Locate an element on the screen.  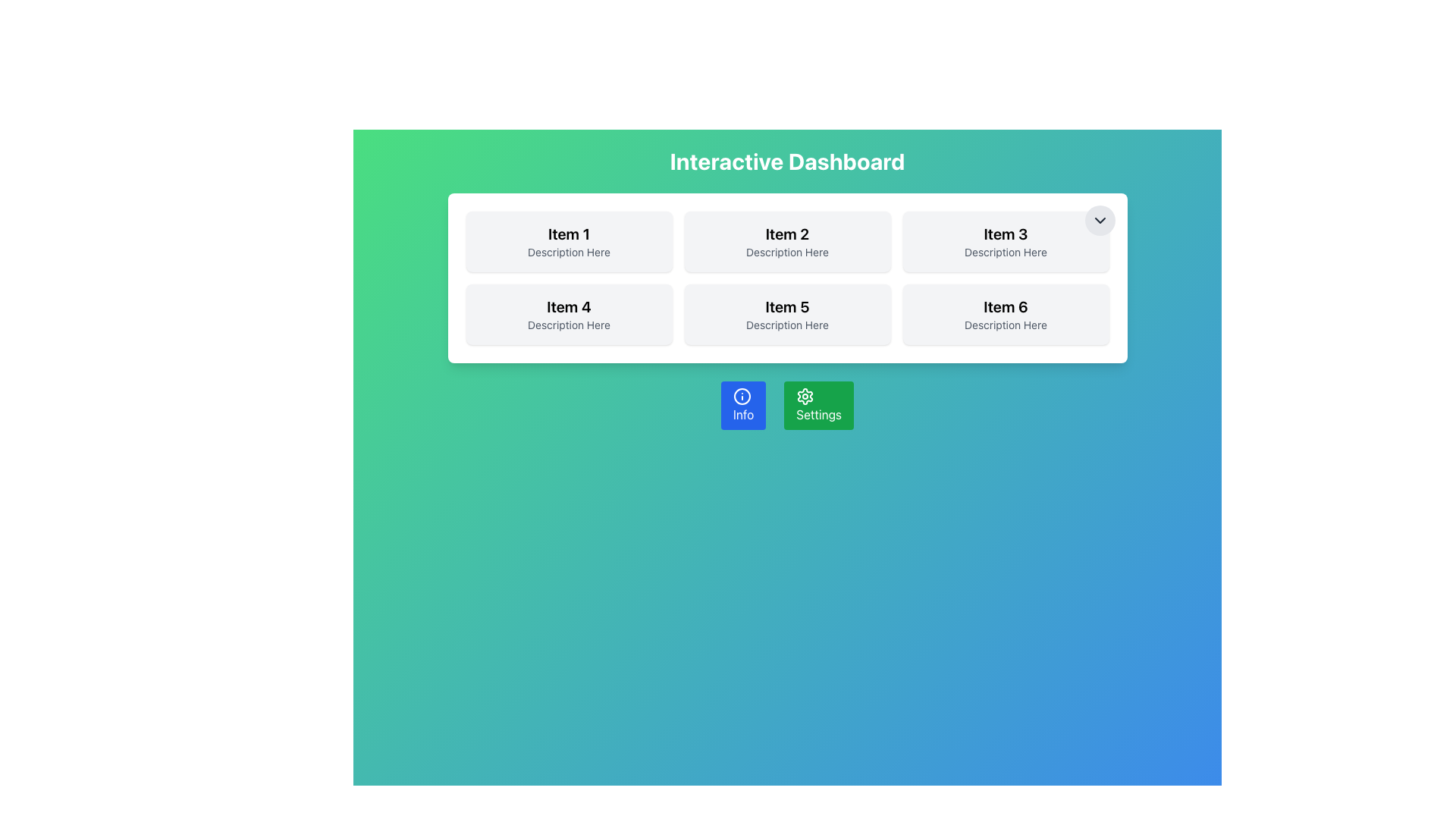
the static text label providing context for 'Item 2', located below its title in the top row, middle column of the grid is located at coordinates (787, 251).